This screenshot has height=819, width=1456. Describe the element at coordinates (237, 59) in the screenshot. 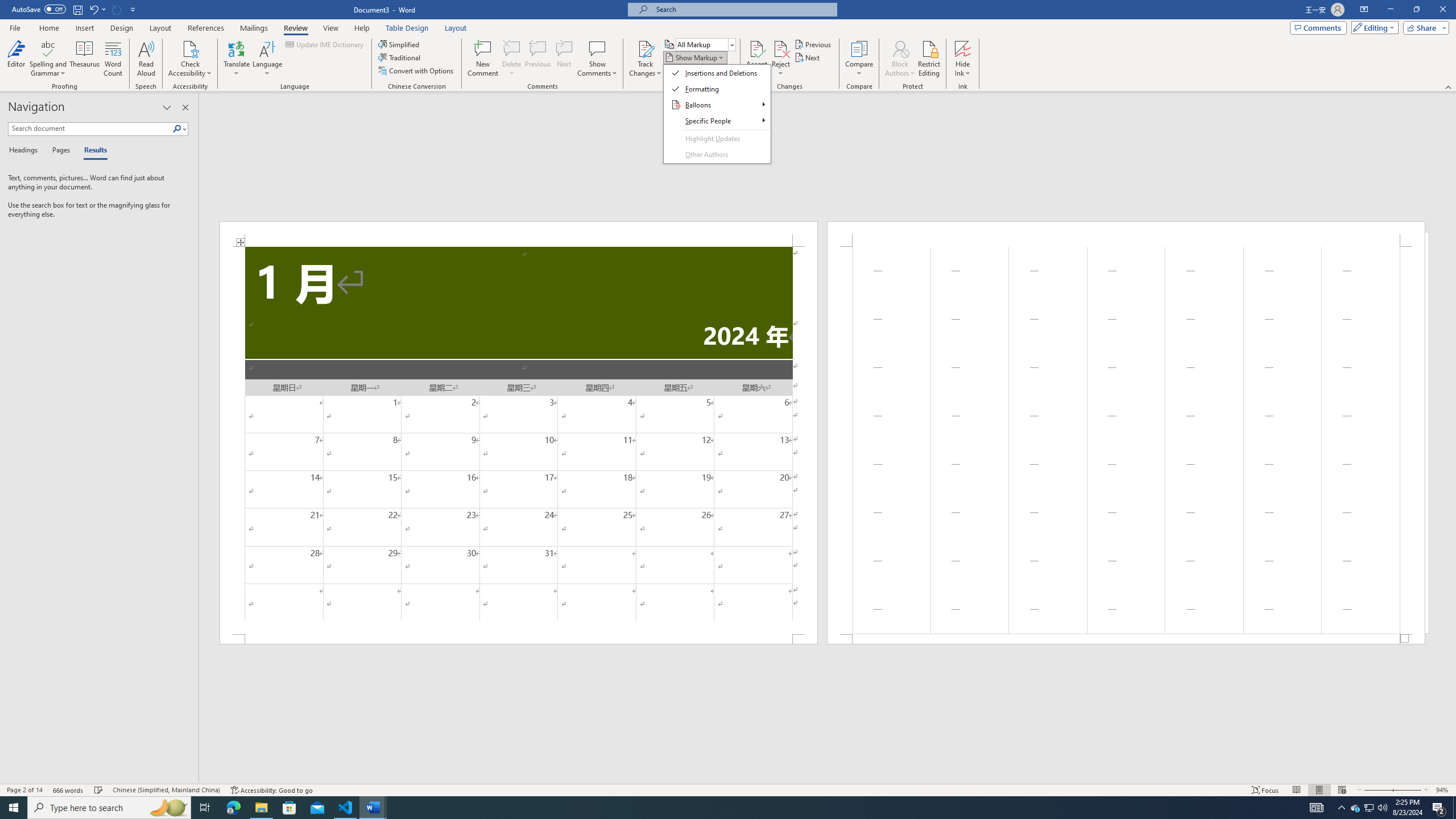

I see `'Translate'` at that location.